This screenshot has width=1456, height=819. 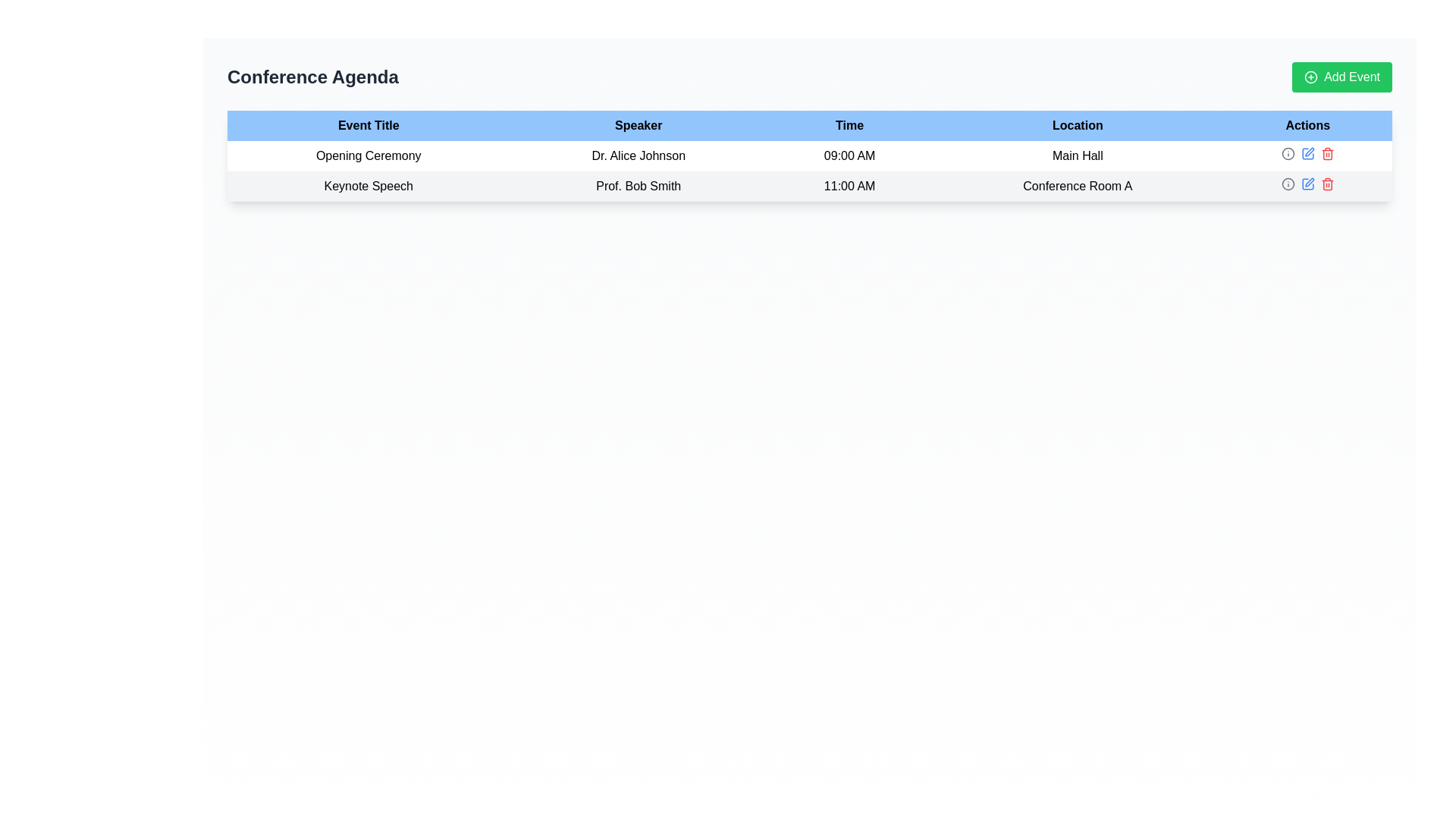 What do you see at coordinates (849, 155) in the screenshot?
I see `the text label displaying '09:00 AM' in the first row of the conference agenda table, specifically in the third column under the 'Time' section` at bounding box center [849, 155].